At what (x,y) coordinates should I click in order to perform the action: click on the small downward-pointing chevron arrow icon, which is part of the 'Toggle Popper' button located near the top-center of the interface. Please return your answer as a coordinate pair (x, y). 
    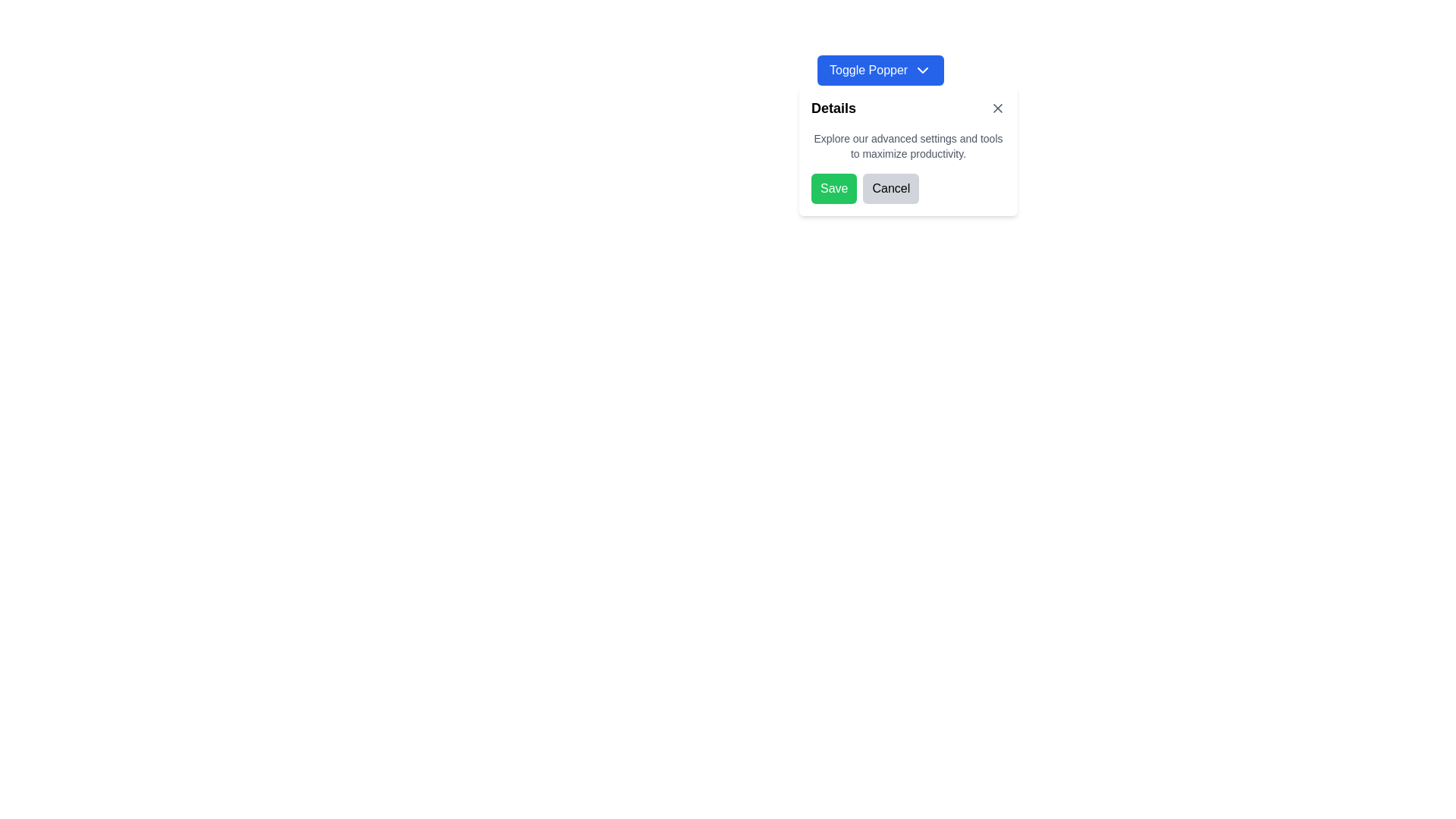
    Looking at the image, I should click on (922, 70).